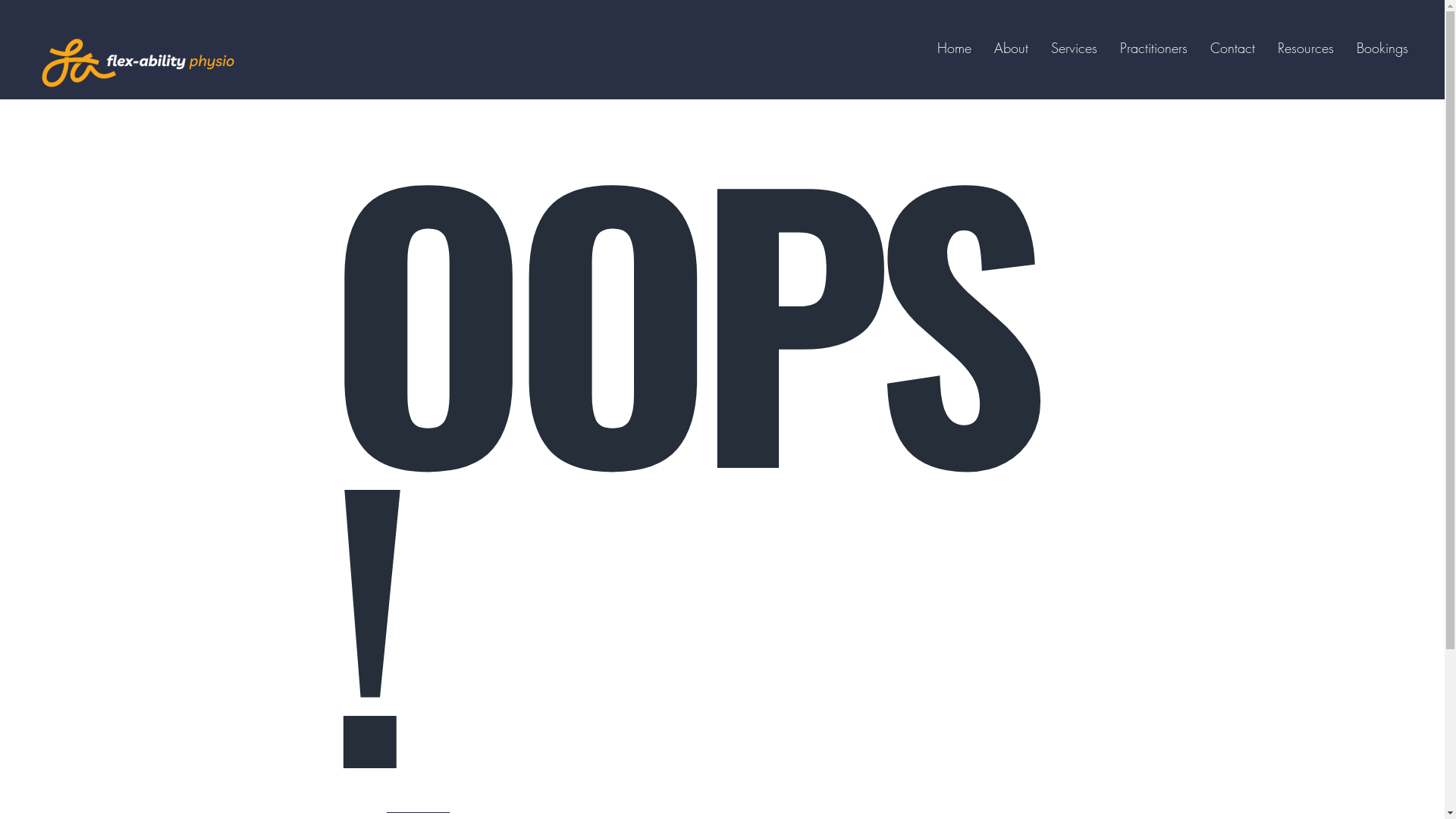  I want to click on 'Home', so click(953, 46).